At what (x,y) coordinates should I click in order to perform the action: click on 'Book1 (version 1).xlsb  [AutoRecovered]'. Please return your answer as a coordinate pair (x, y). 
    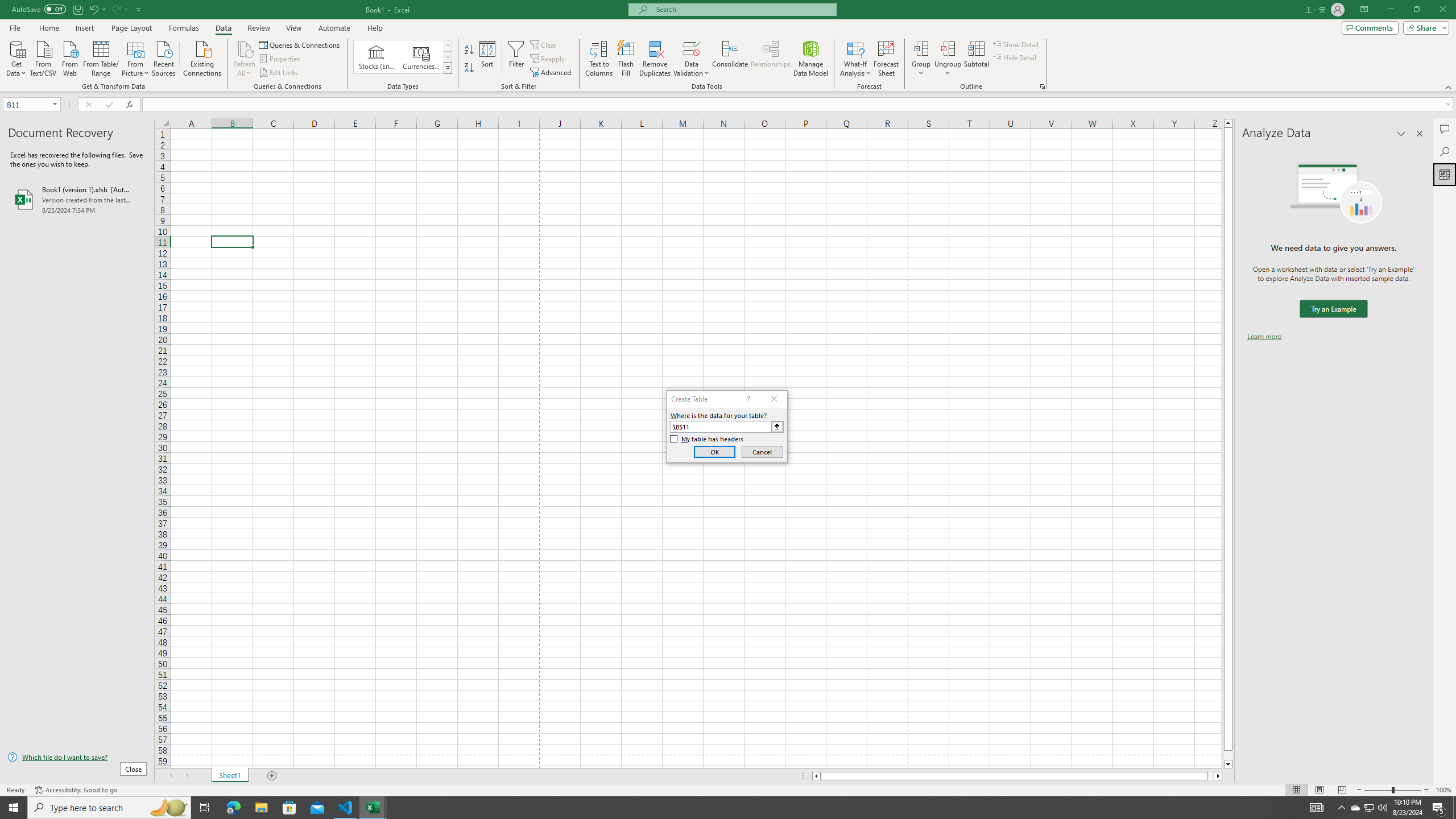
    Looking at the image, I should click on (76, 198).